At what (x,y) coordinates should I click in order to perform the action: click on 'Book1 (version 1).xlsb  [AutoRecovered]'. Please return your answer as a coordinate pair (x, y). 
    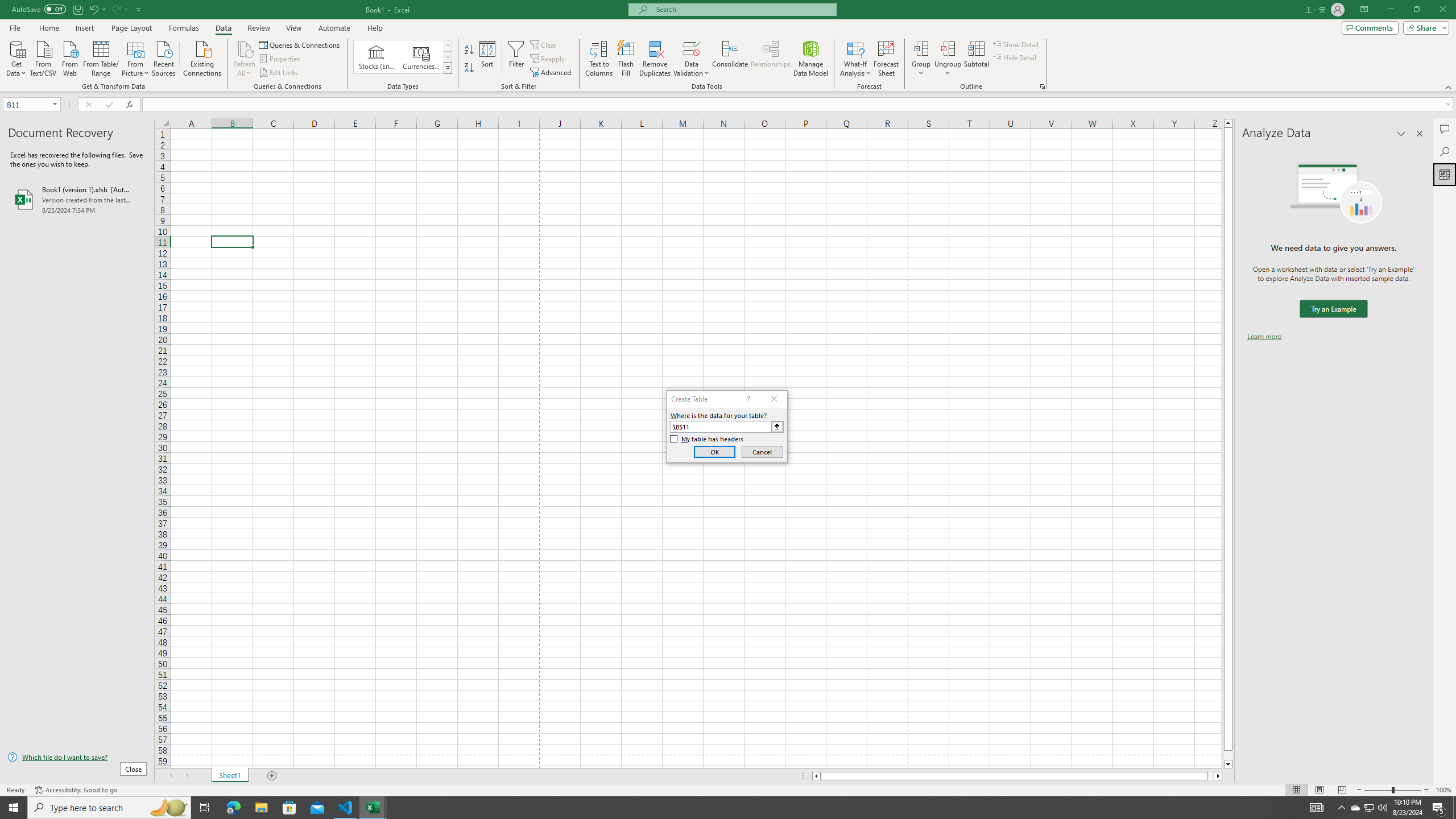
    Looking at the image, I should click on (76, 198).